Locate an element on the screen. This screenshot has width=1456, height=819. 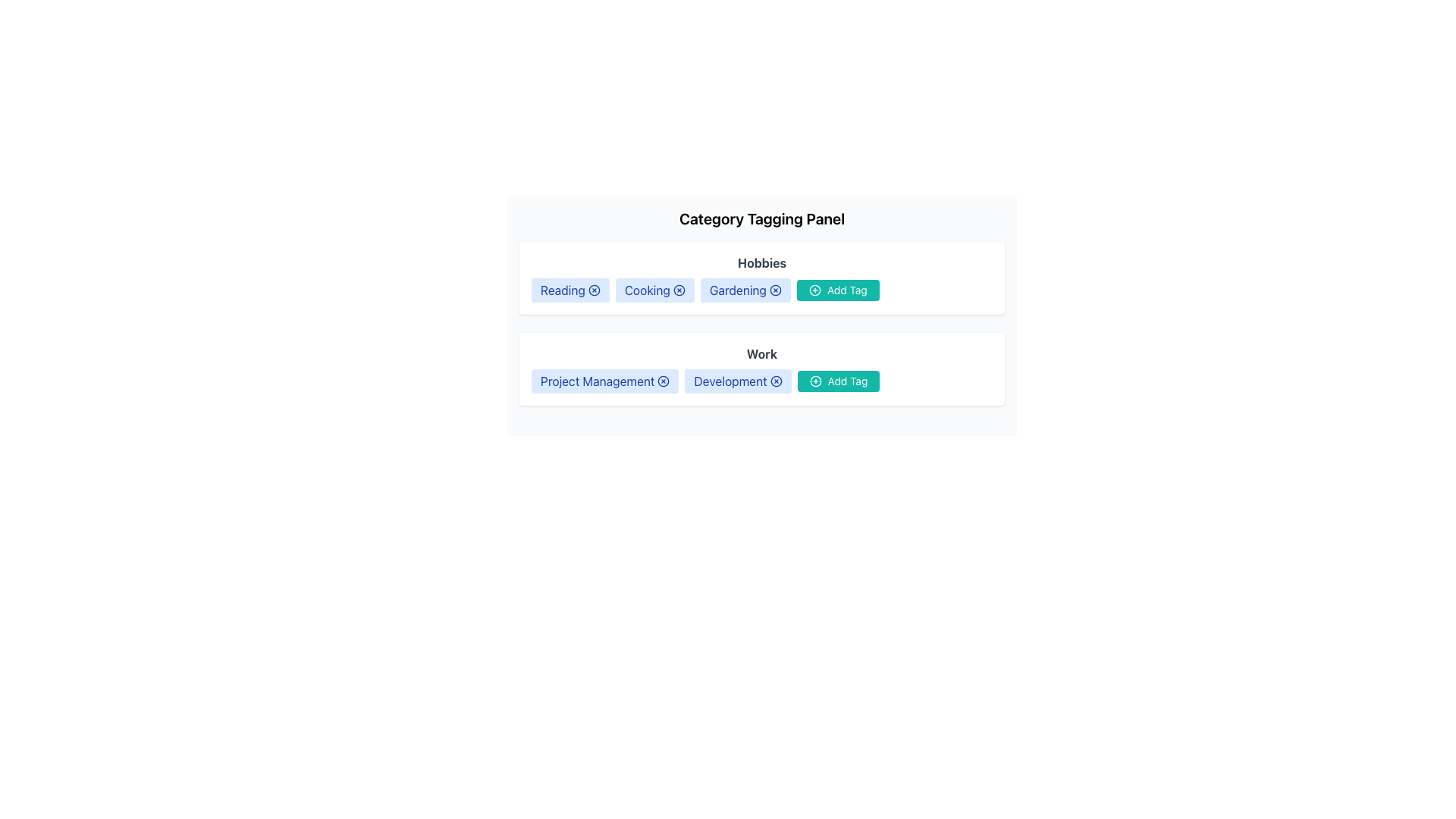
the 'Development' tag with a light blue background and an 'X' icon is located at coordinates (738, 380).